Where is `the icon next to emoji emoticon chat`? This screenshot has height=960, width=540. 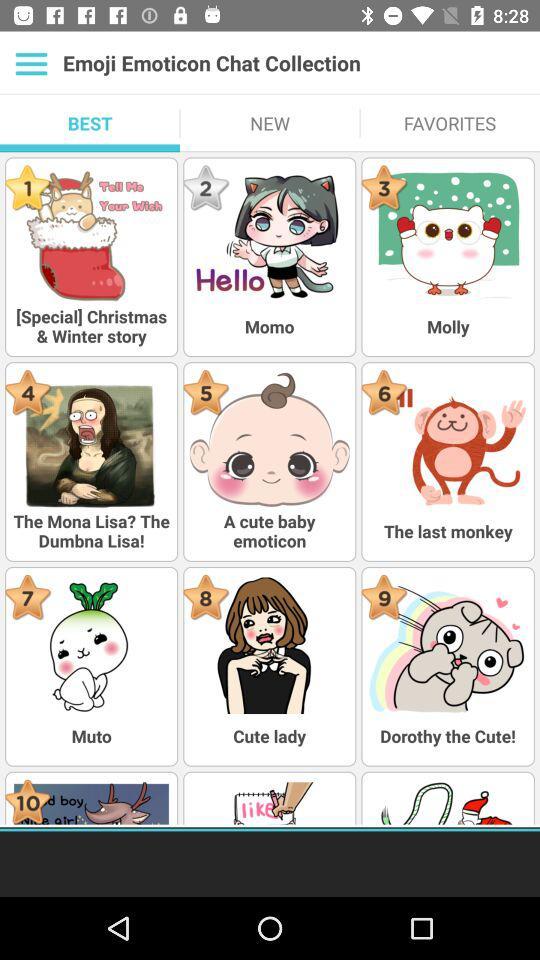
the icon next to emoji emoticon chat is located at coordinates (30, 63).